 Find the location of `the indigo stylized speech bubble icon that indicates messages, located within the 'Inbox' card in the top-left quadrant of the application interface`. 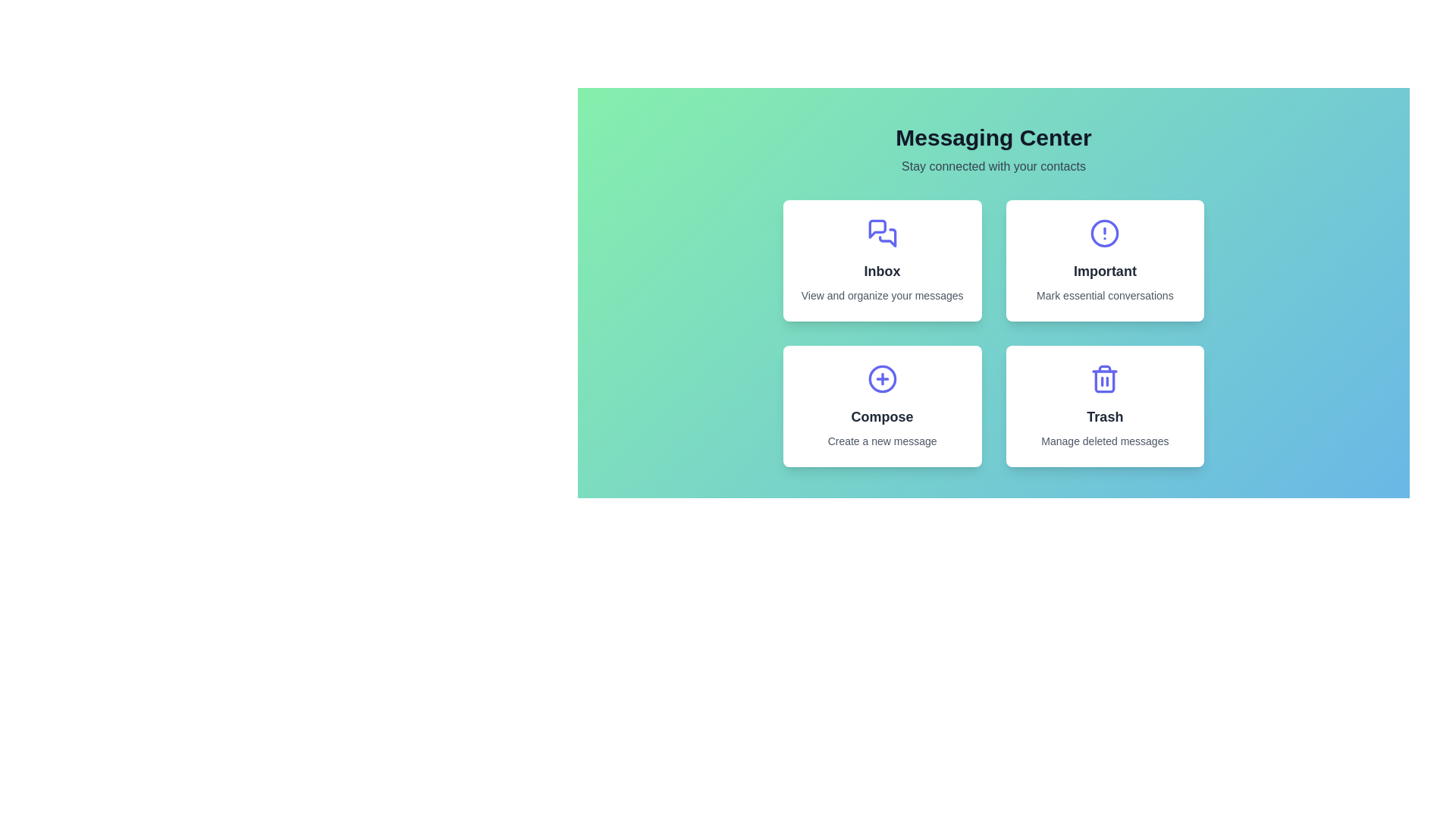

the indigo stylized speech bubble icon that indicates messages, located within the 'Inbox' card in the top-left quadrant of the application interface is located at coordinates (877, 229).